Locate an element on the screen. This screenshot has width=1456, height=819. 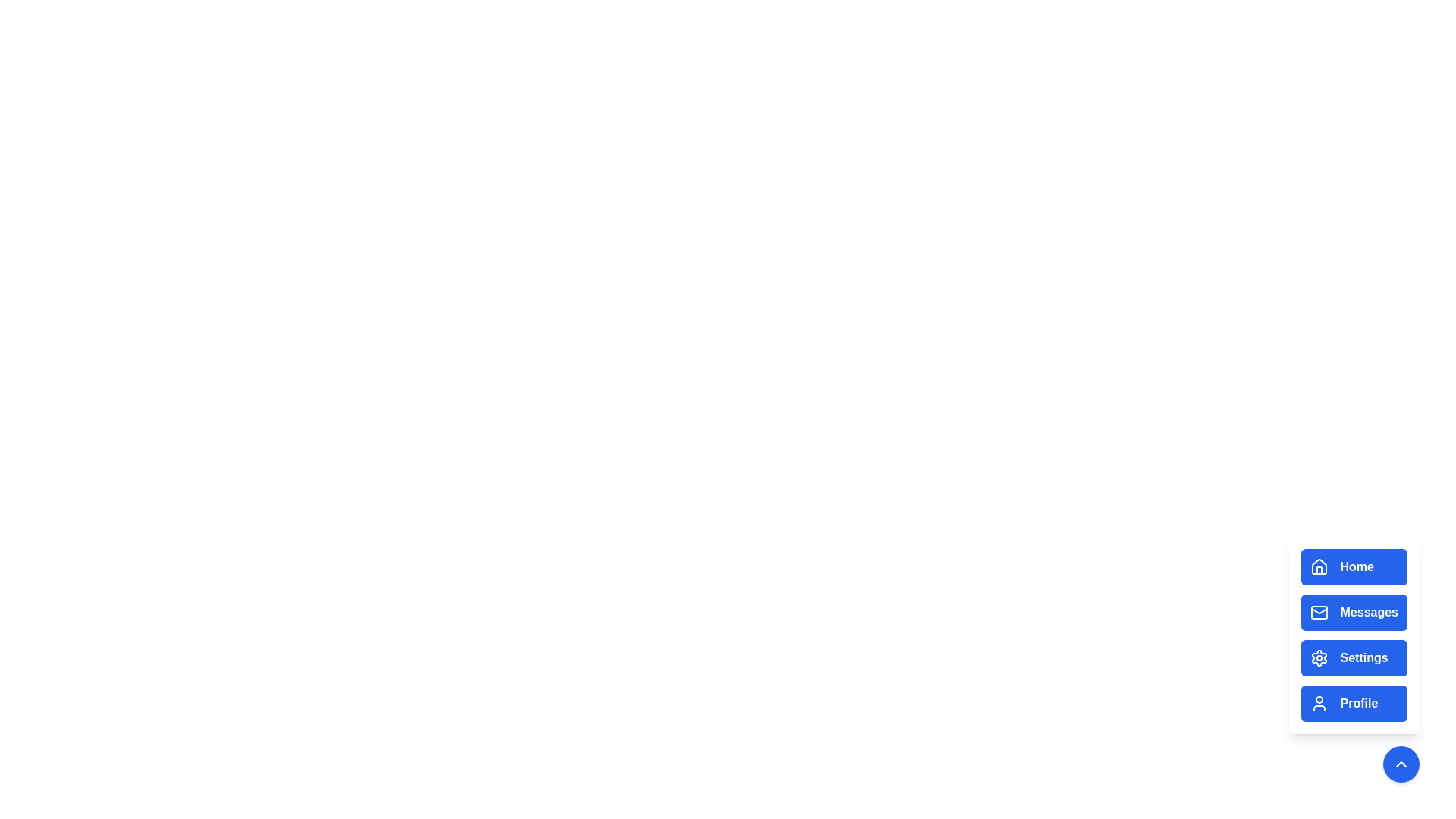
the Home button in the menu is located at coordinates (1354, 567).